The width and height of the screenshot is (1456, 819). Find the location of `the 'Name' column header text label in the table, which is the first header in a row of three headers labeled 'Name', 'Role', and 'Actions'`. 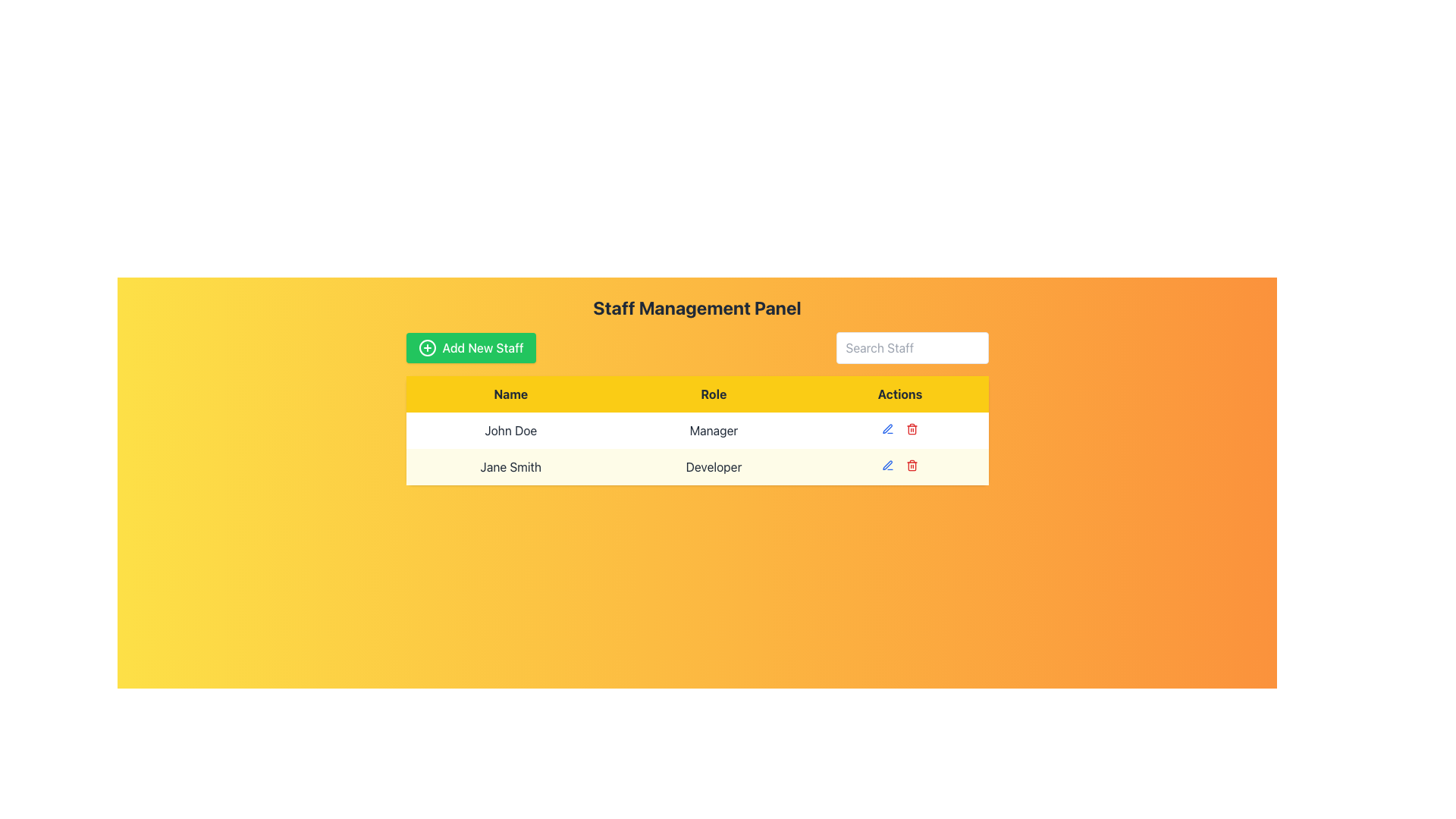

the 'Name' column header text label in the table, which is the first header in a row of three headers labeled 'Name', 'Role', and 'Actions' is located at coordinates (510, 394).